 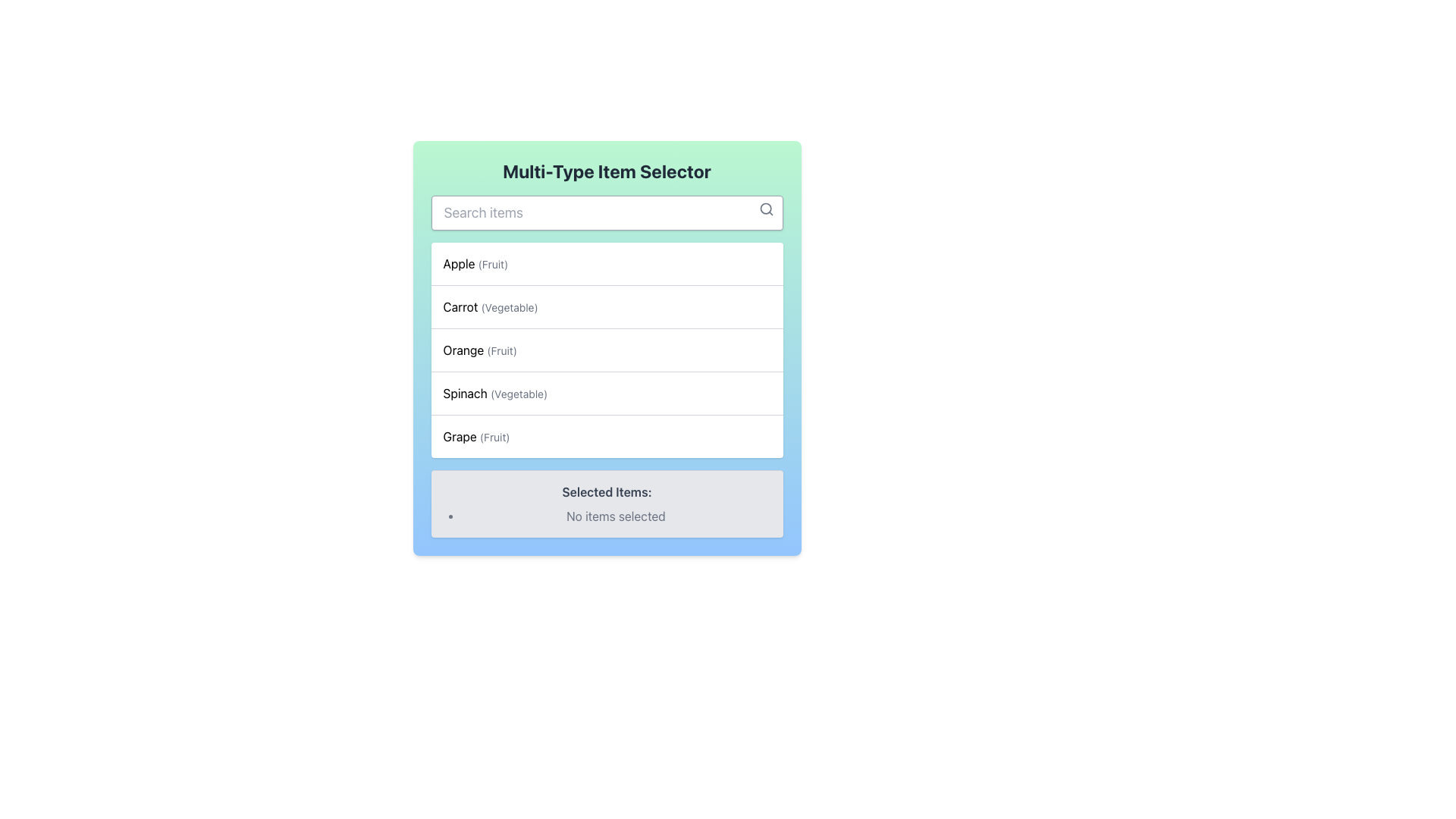 What do you see at coordinates (493, 263) in the screenshot?
I see `the gray text label '(Fruit)' located to the right of 'Apple' in the 'Multi-Type Item Selector' list` at bounding box center [493, 263].